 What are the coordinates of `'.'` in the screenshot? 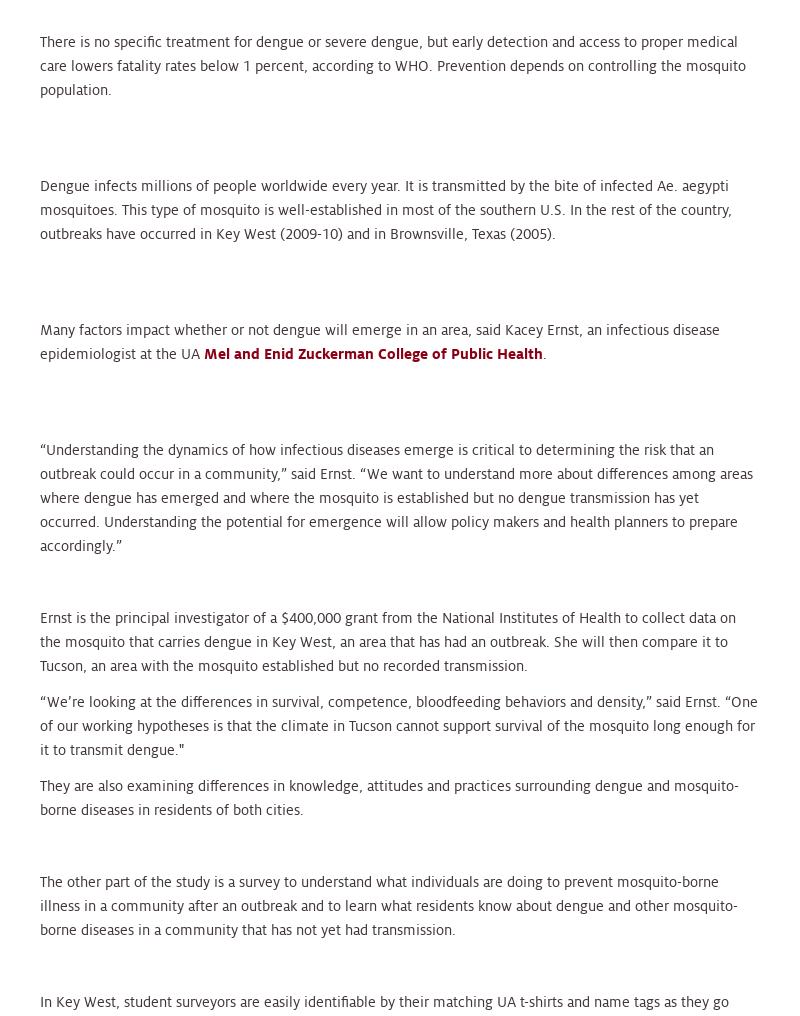 It's located at (544, 352).